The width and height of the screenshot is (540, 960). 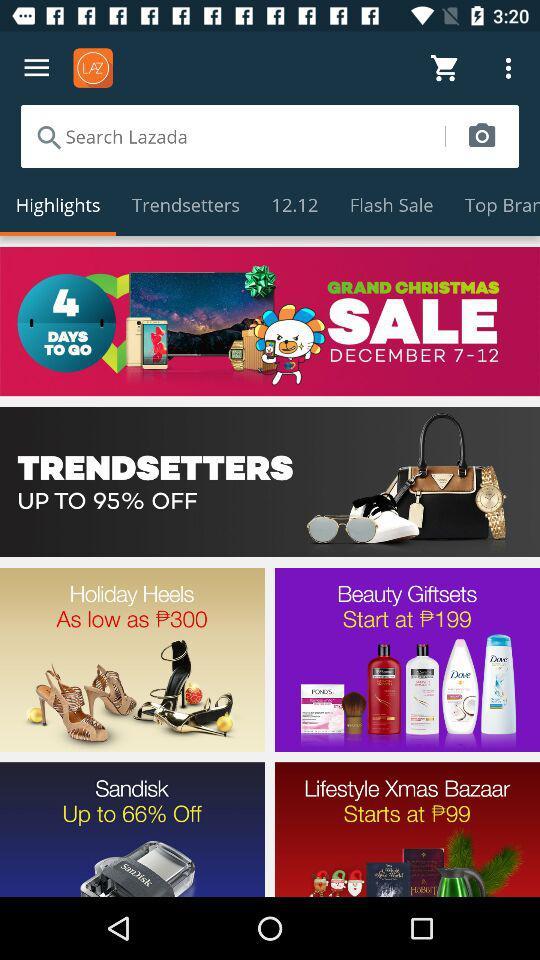 I want to click on open the windows, so click(x=270, y=321).